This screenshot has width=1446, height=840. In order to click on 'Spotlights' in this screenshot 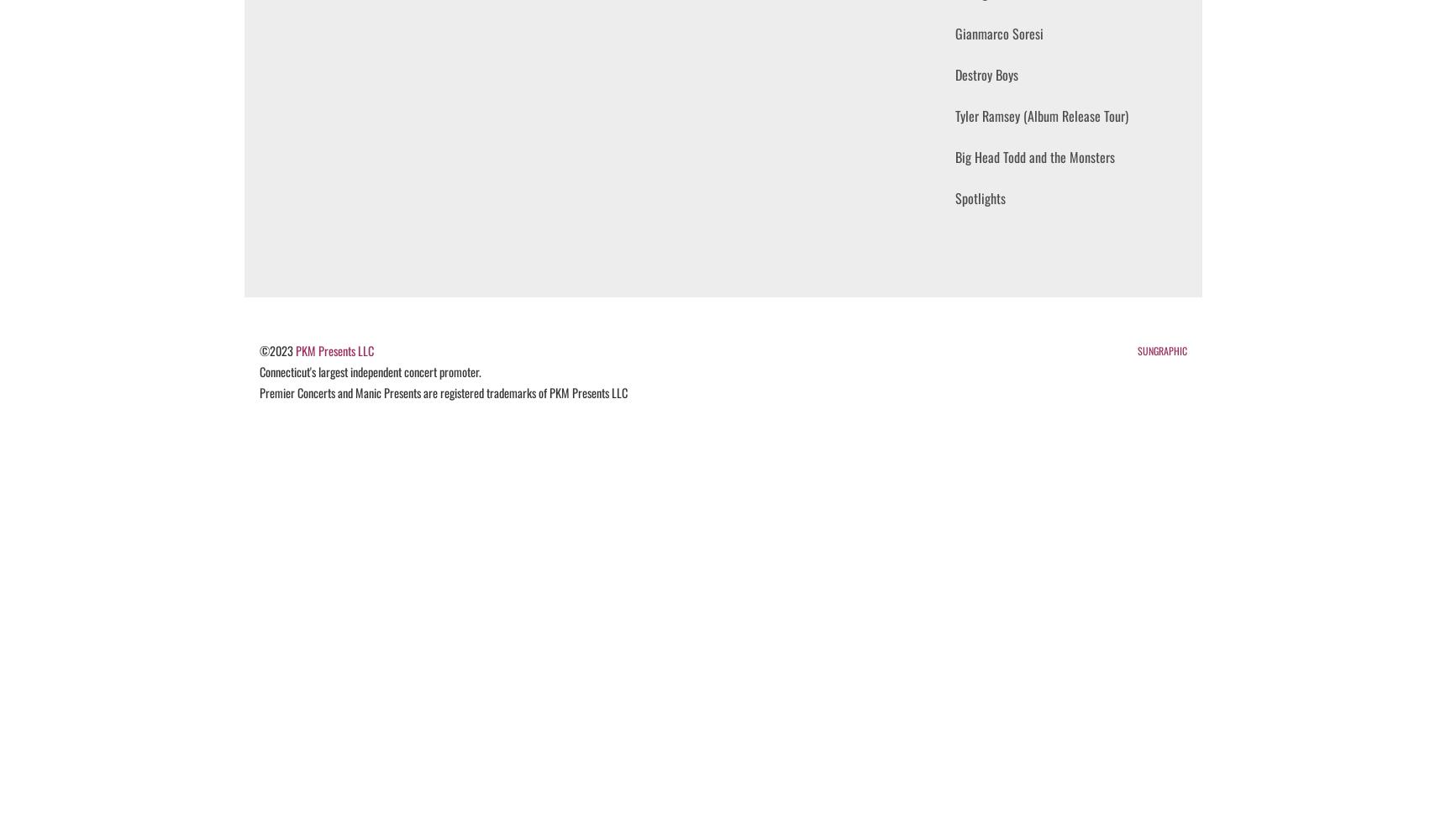, I will do `click(979, 197)`.